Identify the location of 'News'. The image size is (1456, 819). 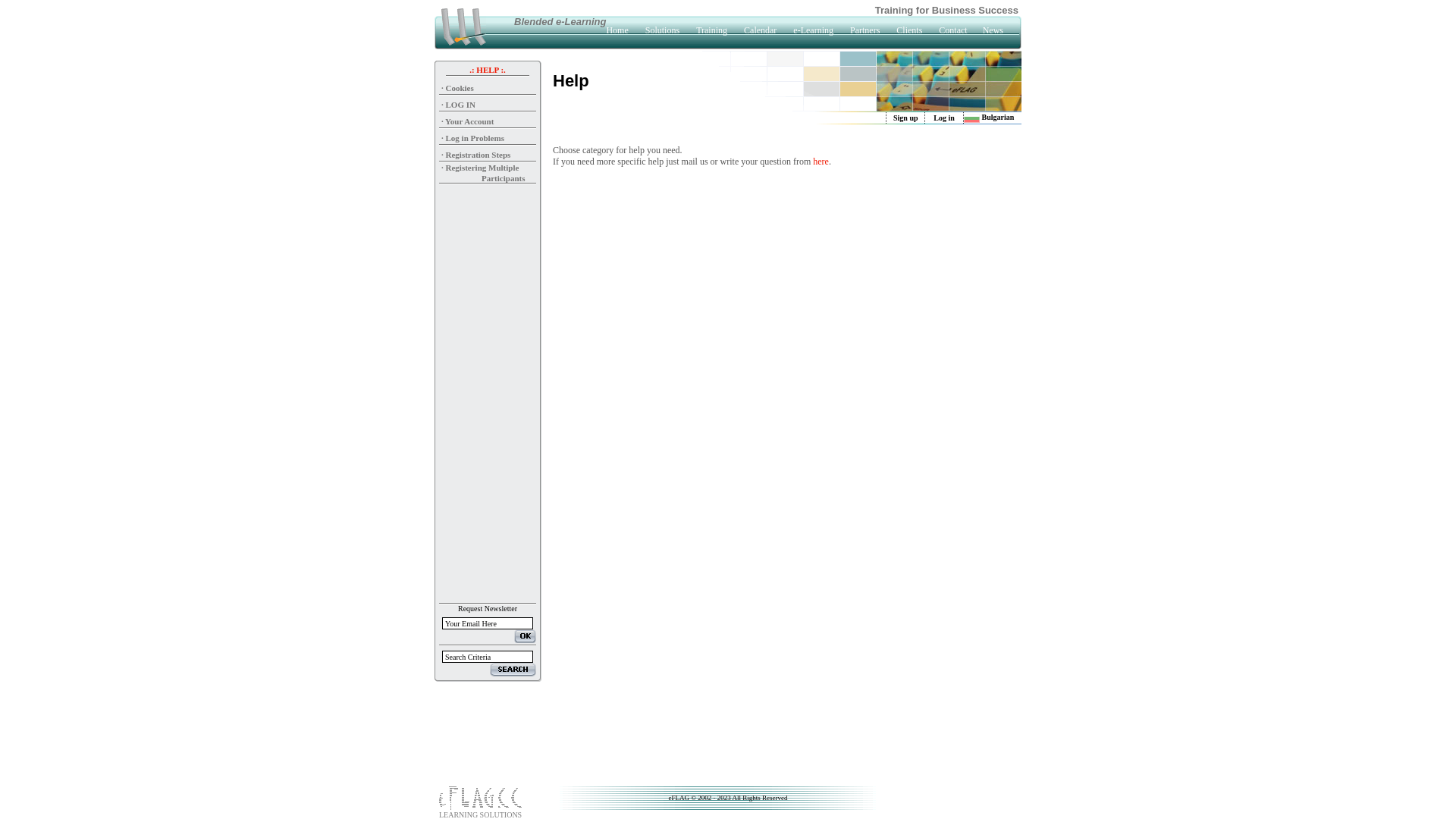
(993, 30).